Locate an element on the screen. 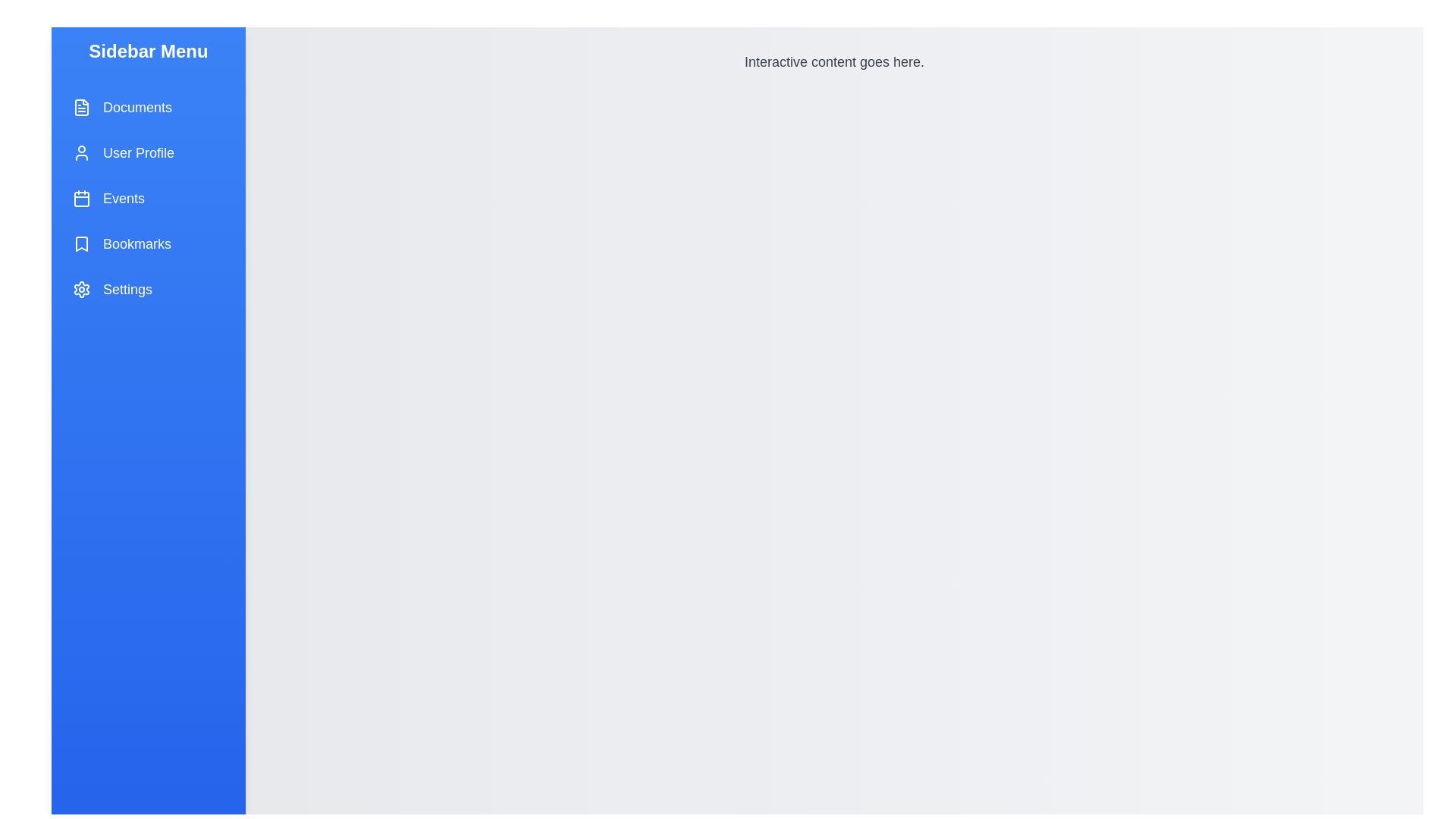  the menu item labeled Documents to observe its hover effect is located at coordinates (149, 107).